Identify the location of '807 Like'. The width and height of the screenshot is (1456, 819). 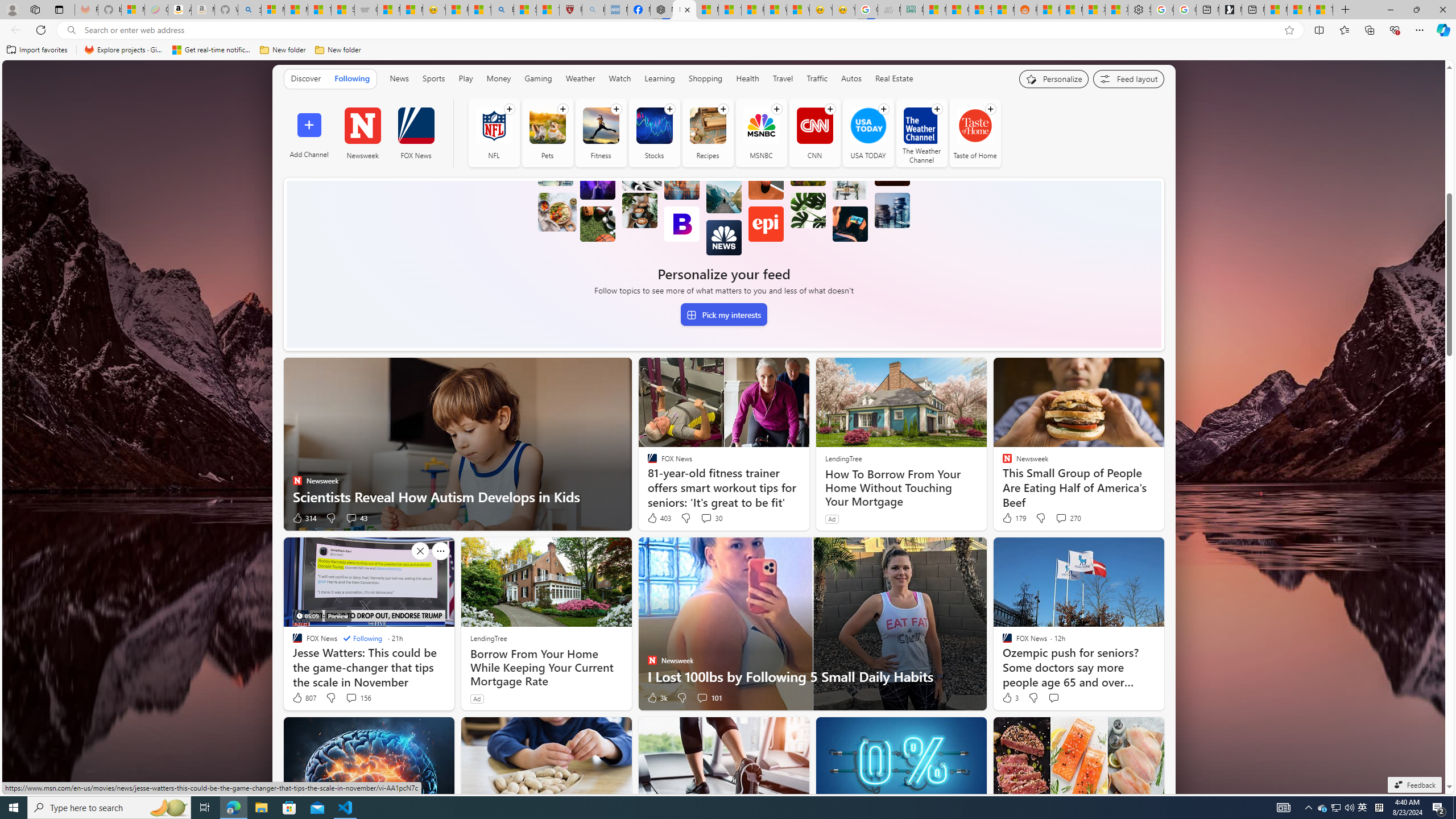
(303, 697).